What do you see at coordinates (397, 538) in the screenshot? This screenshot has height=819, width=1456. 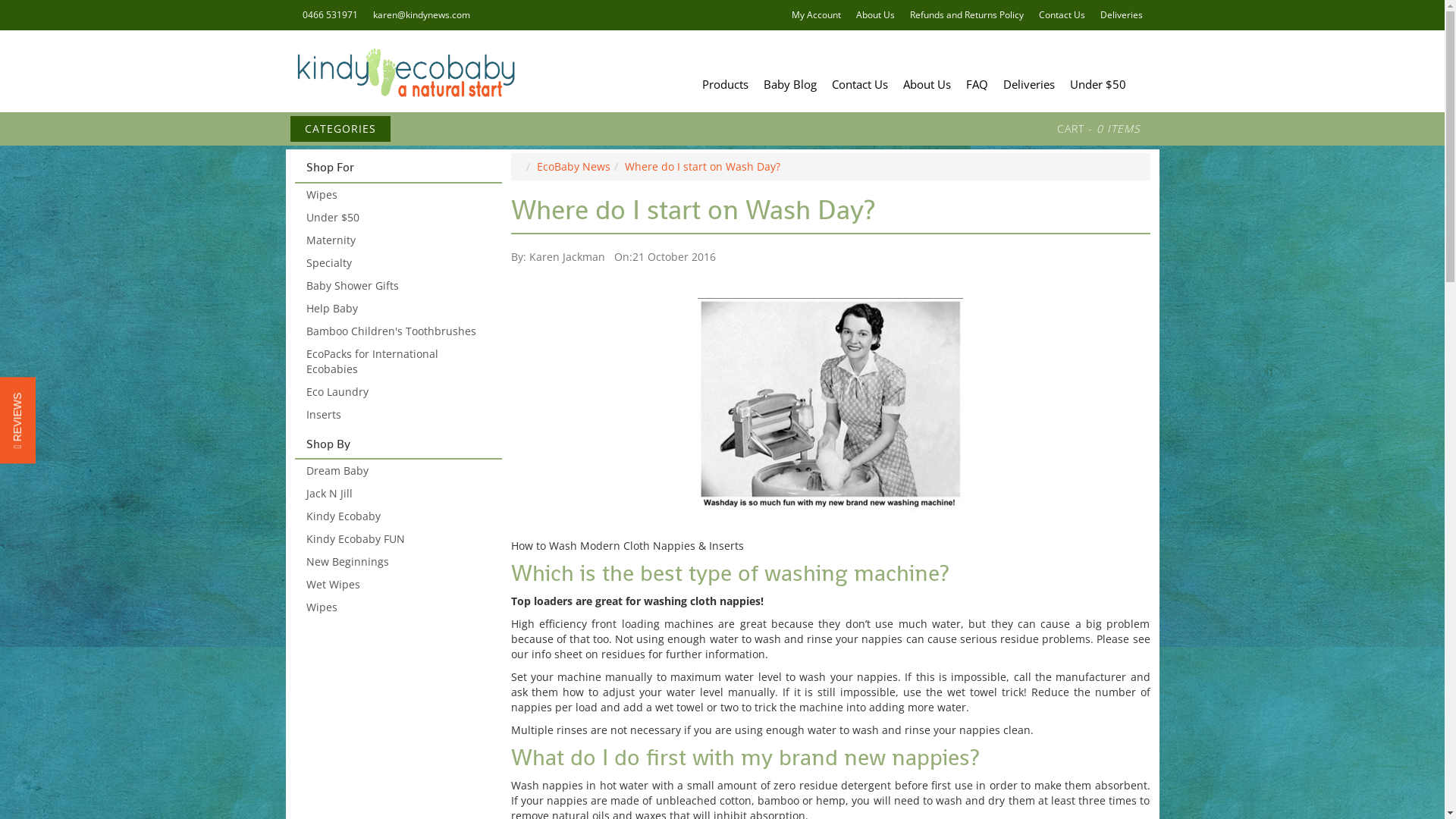 I see `'Kindy Ecobaby FUN'` at bounding box center [397, 538].